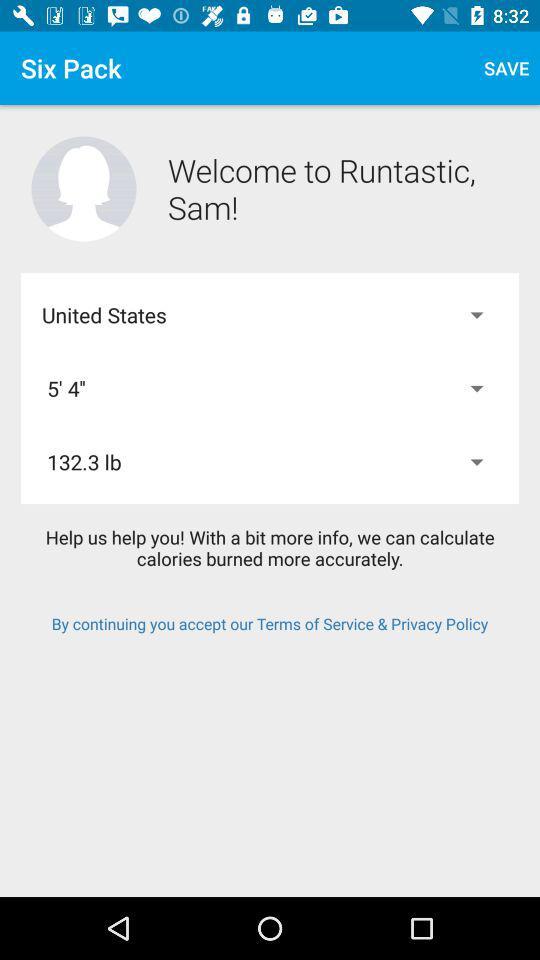  Describe the element at coordinates (270, 622) in the screenshot. I see `by continuing you icon` at that location.